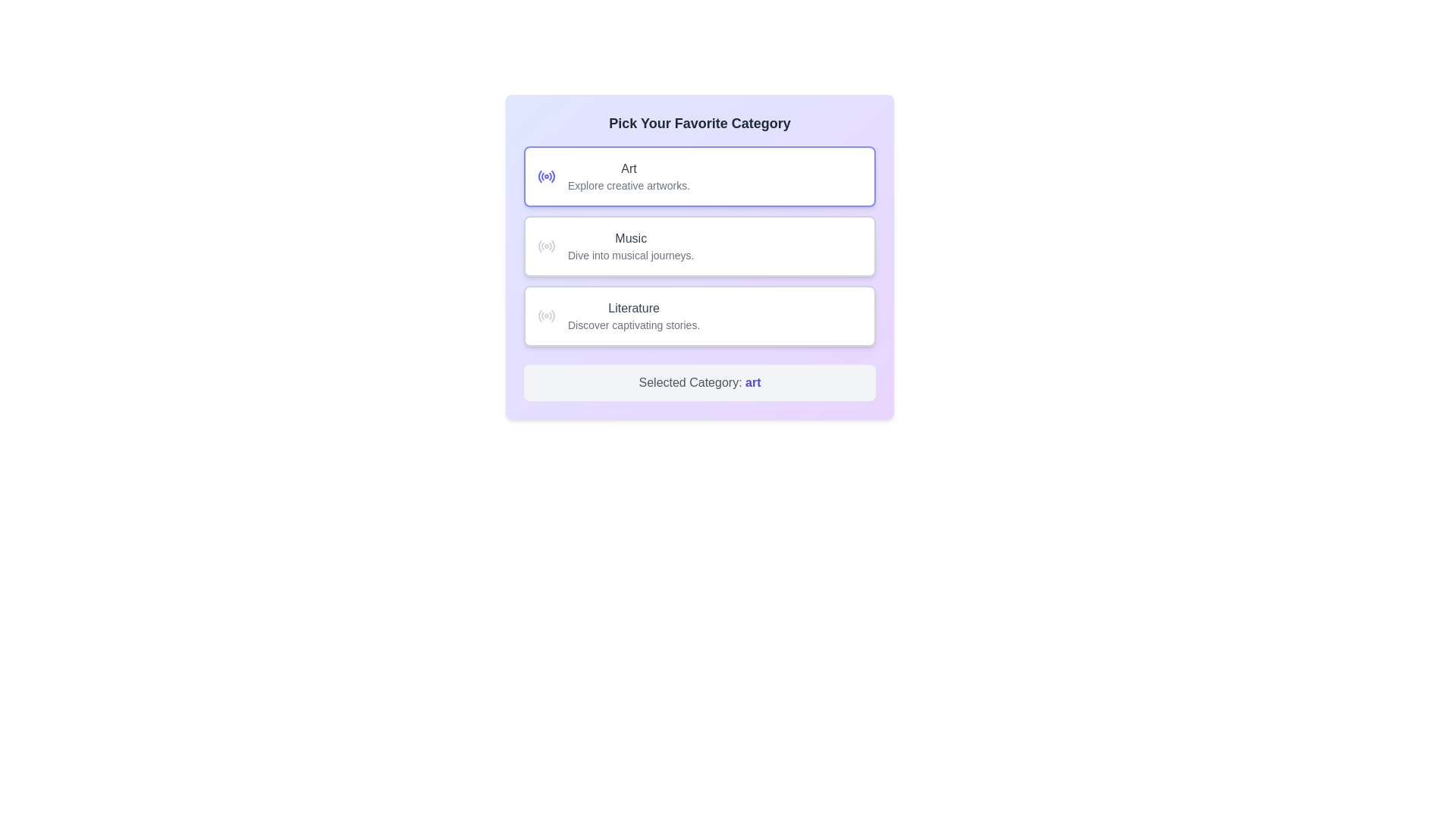 Image resolution: width=1456 pixels, height=819 pixels. I want to click on the SVG icon depicting a radio symbol, which is located within the 'Music' button labeled 'Dive into musical journeys.', so click(546, 245).